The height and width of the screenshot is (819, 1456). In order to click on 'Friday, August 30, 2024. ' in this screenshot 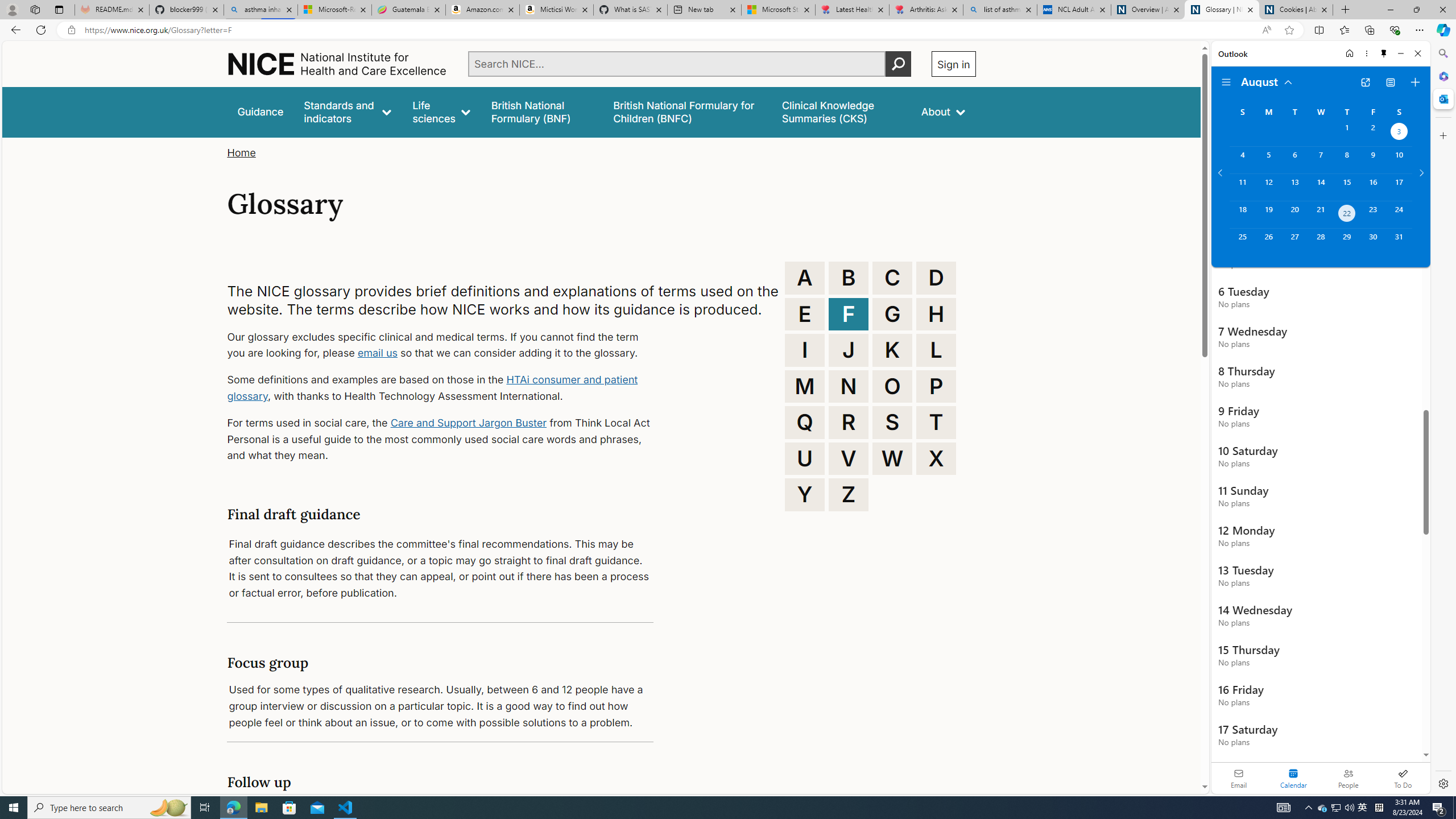, I will do `click(1372, 242)`.